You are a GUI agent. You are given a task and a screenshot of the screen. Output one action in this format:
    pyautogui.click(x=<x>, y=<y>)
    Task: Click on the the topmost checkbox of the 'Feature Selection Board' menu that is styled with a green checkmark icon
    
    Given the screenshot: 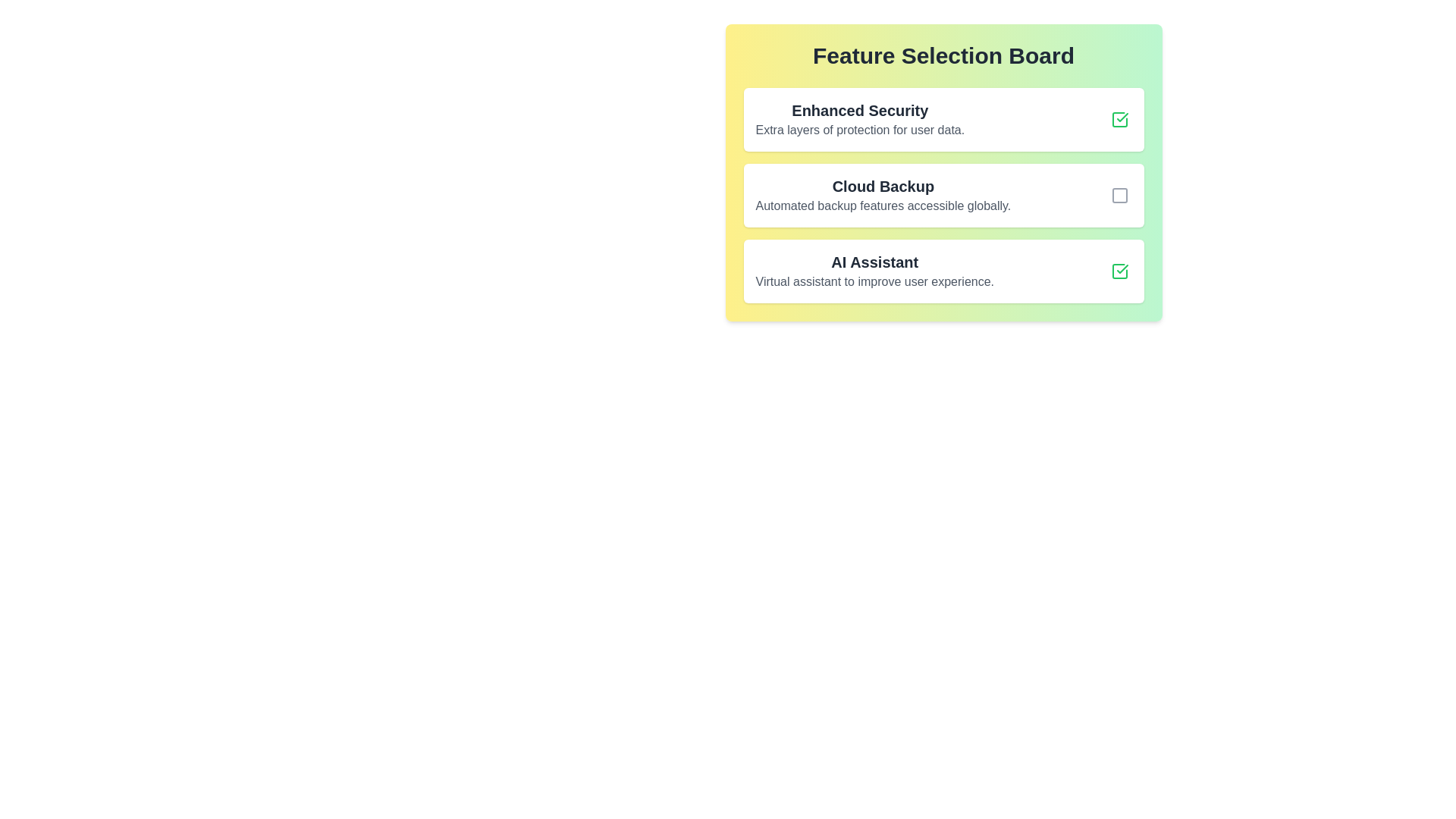 What is the action you would take?
    pyautogui.click(x=1119, y=119)
    